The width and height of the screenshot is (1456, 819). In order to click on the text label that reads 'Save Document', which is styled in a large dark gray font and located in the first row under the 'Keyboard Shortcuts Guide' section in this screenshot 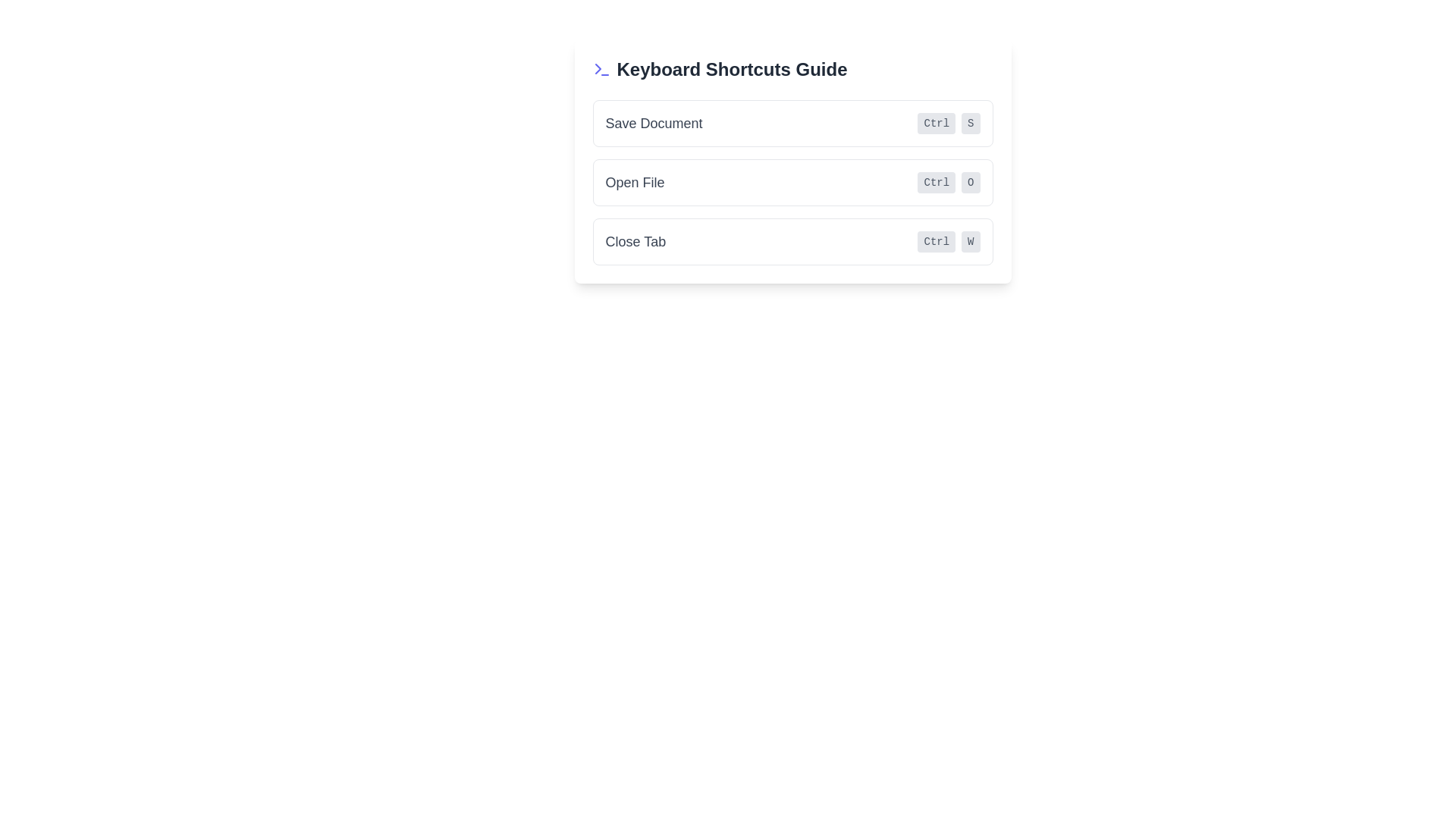, I will do `click(654, 122)`.